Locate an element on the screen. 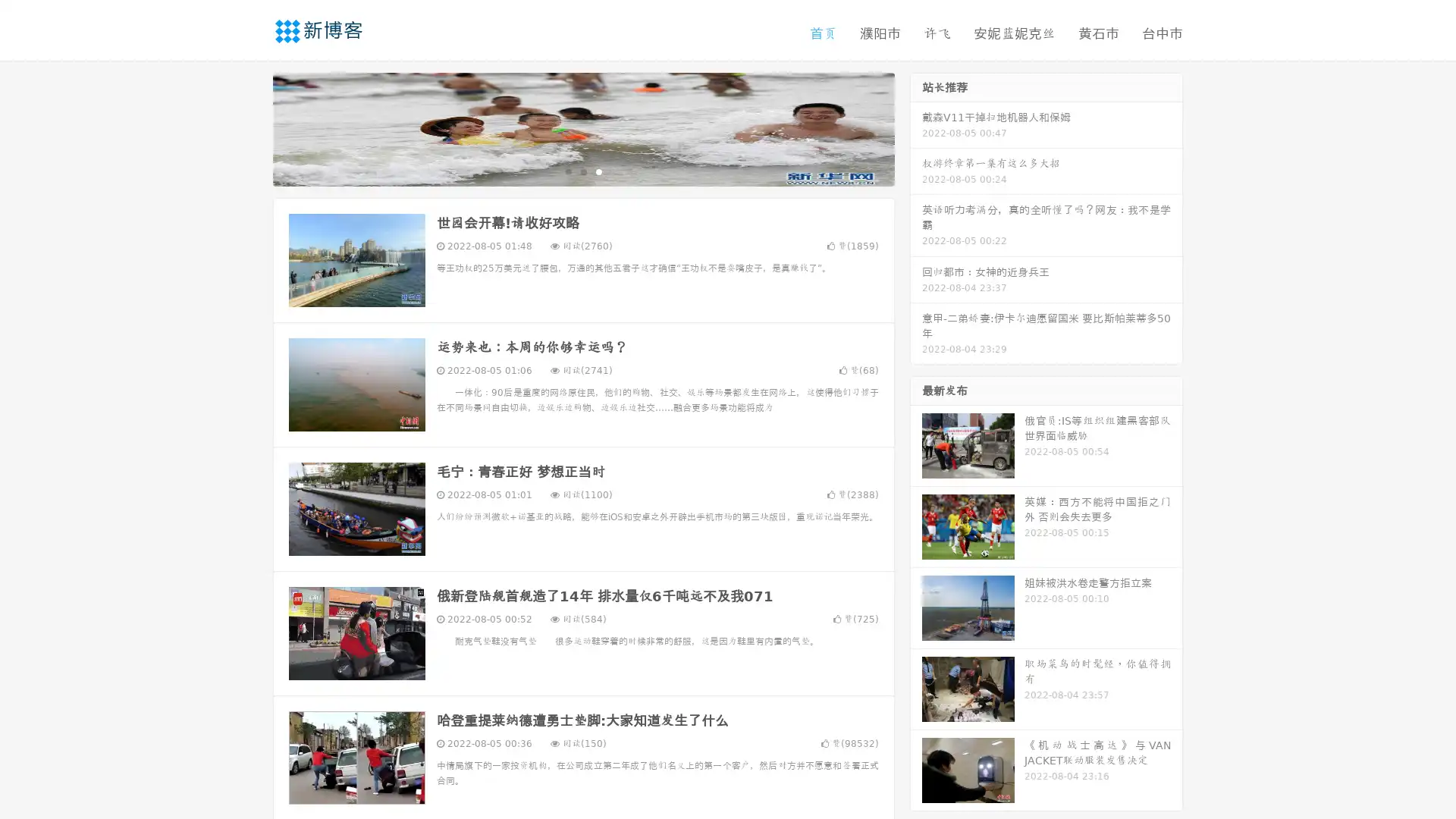 Image resolution: width=1456 pixels, height=819 pixels. Go to slide 3 is located at coordinates (598, 171).